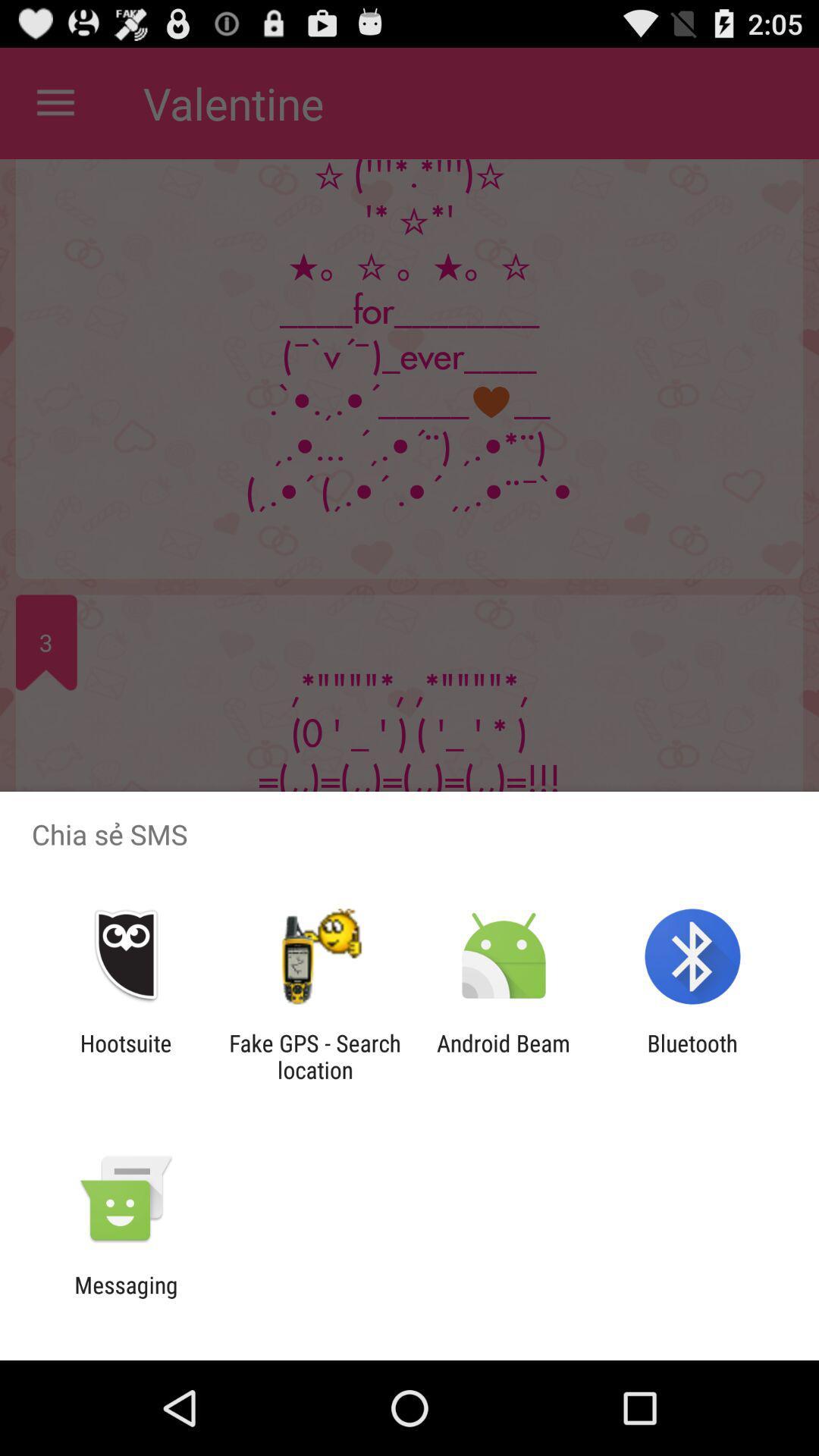 This screenshot has width=819, height=1456. What do you see at coordinates (504, 1056) in the screenshot?
I see `android beam icon` at bounding box center [504, 1056].